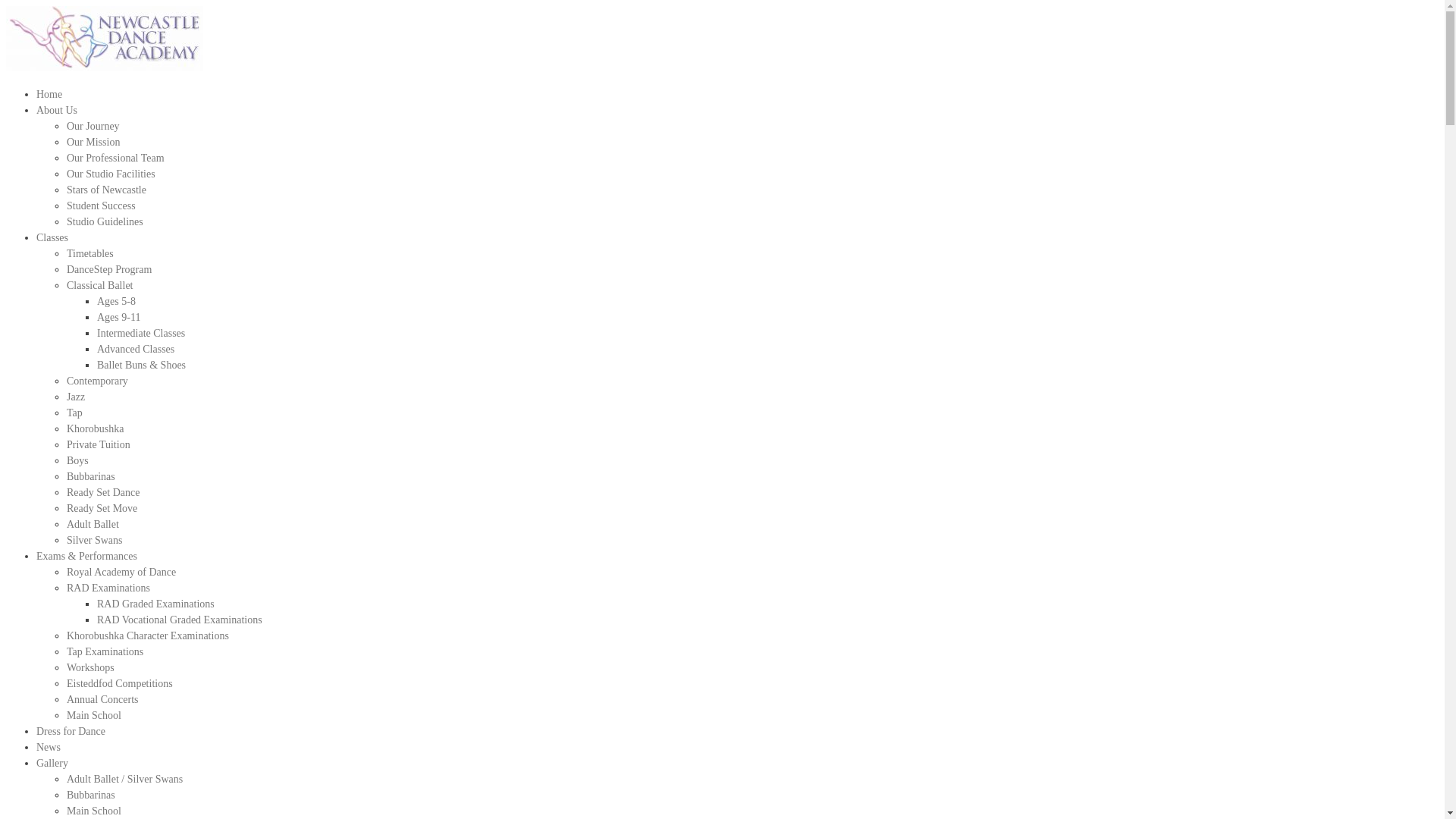 This screenshot has width=1456, height=819. Describe the element at coordinates (36, 746) in the screenshot. I see `'News'` at that location.